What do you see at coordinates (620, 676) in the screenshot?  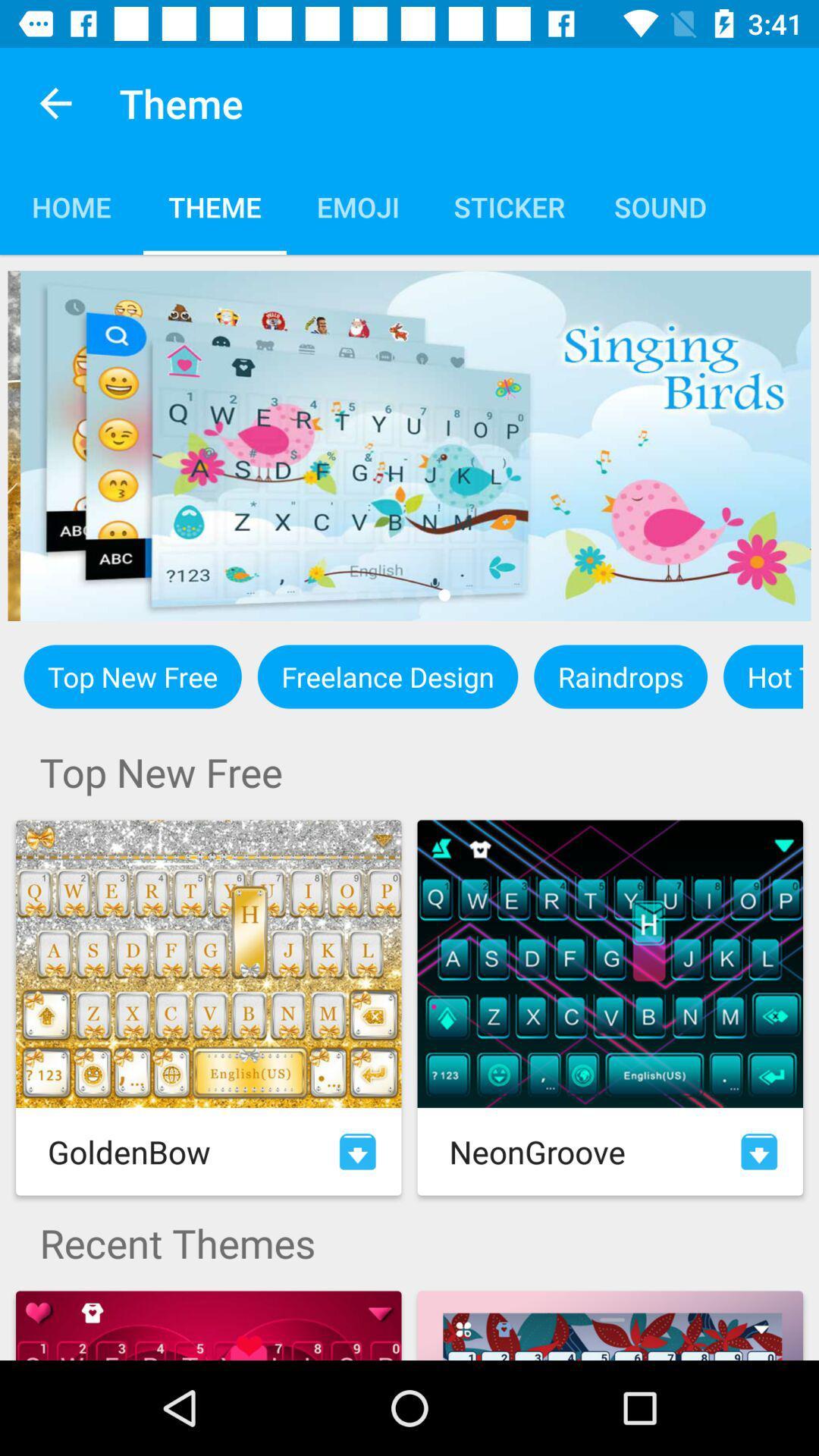 I see `the icon to the left of the hot themes icon` at bounding box center [620, 676].